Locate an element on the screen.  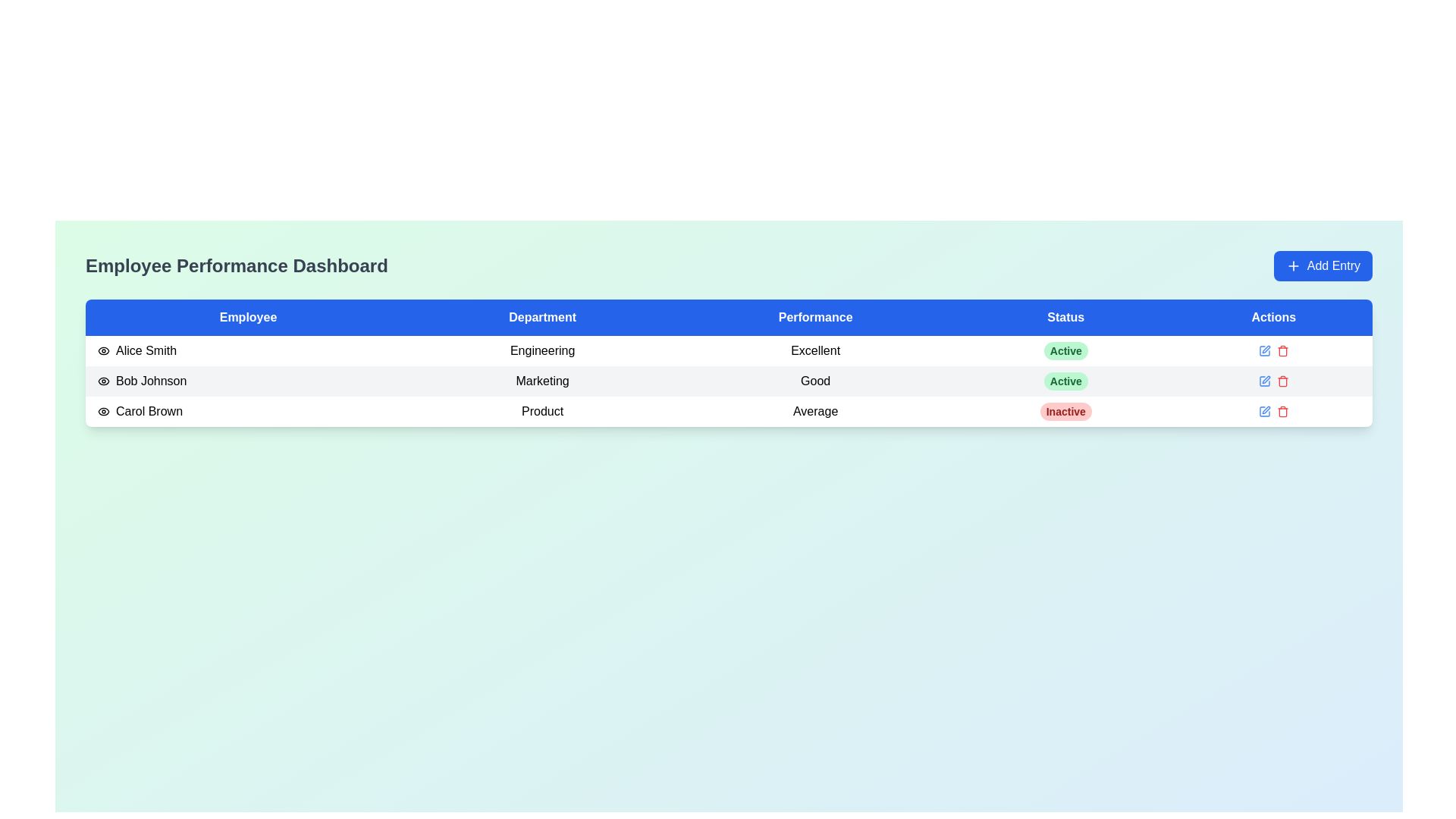
the details of the edit action icon associated with the second row for 'Bob Johnson' in the 'Actions' column of the table is located at coordinates (1264, 380).